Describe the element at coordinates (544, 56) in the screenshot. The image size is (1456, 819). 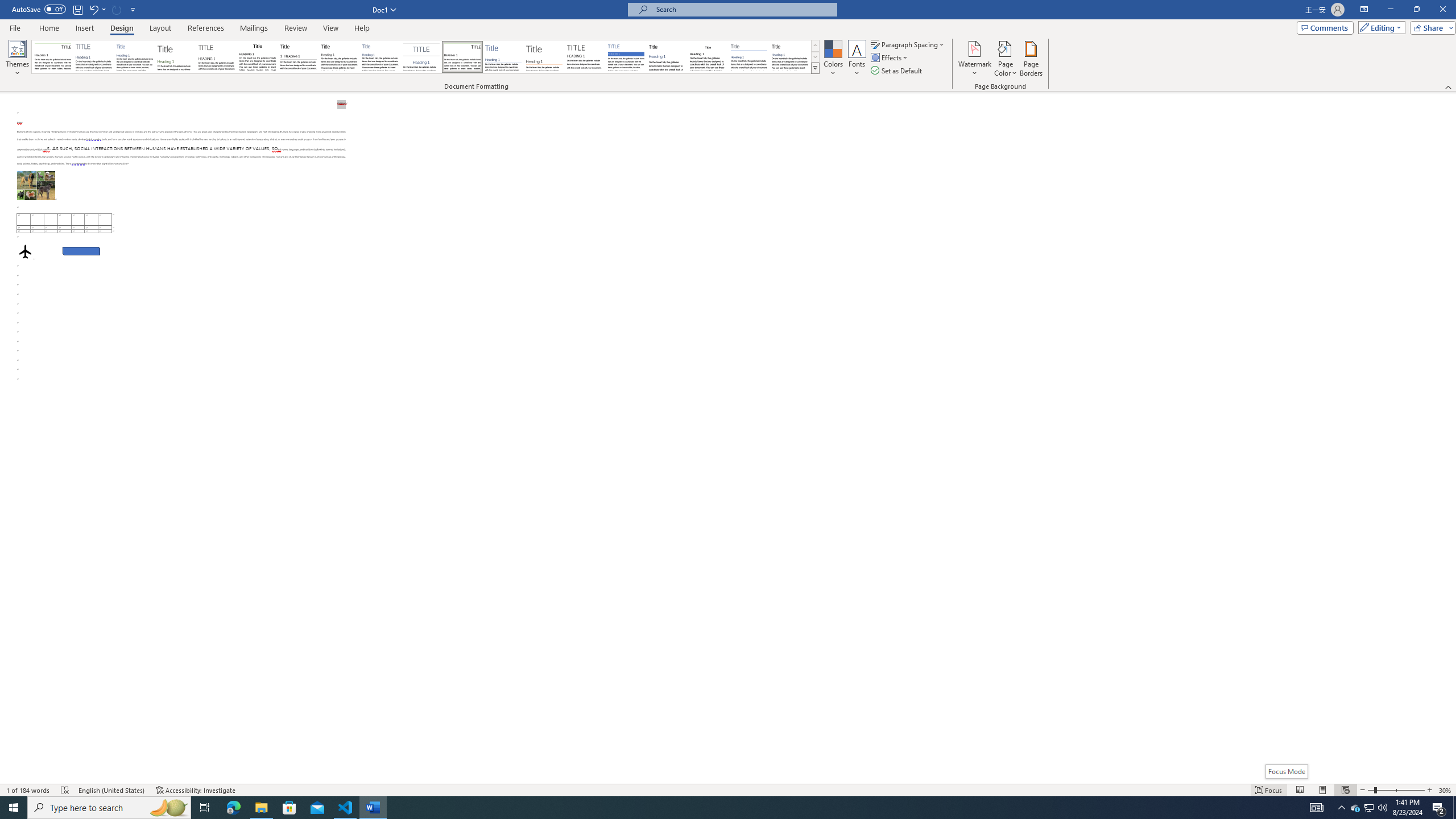
I see `'Lines (Stylish)'` at that location.